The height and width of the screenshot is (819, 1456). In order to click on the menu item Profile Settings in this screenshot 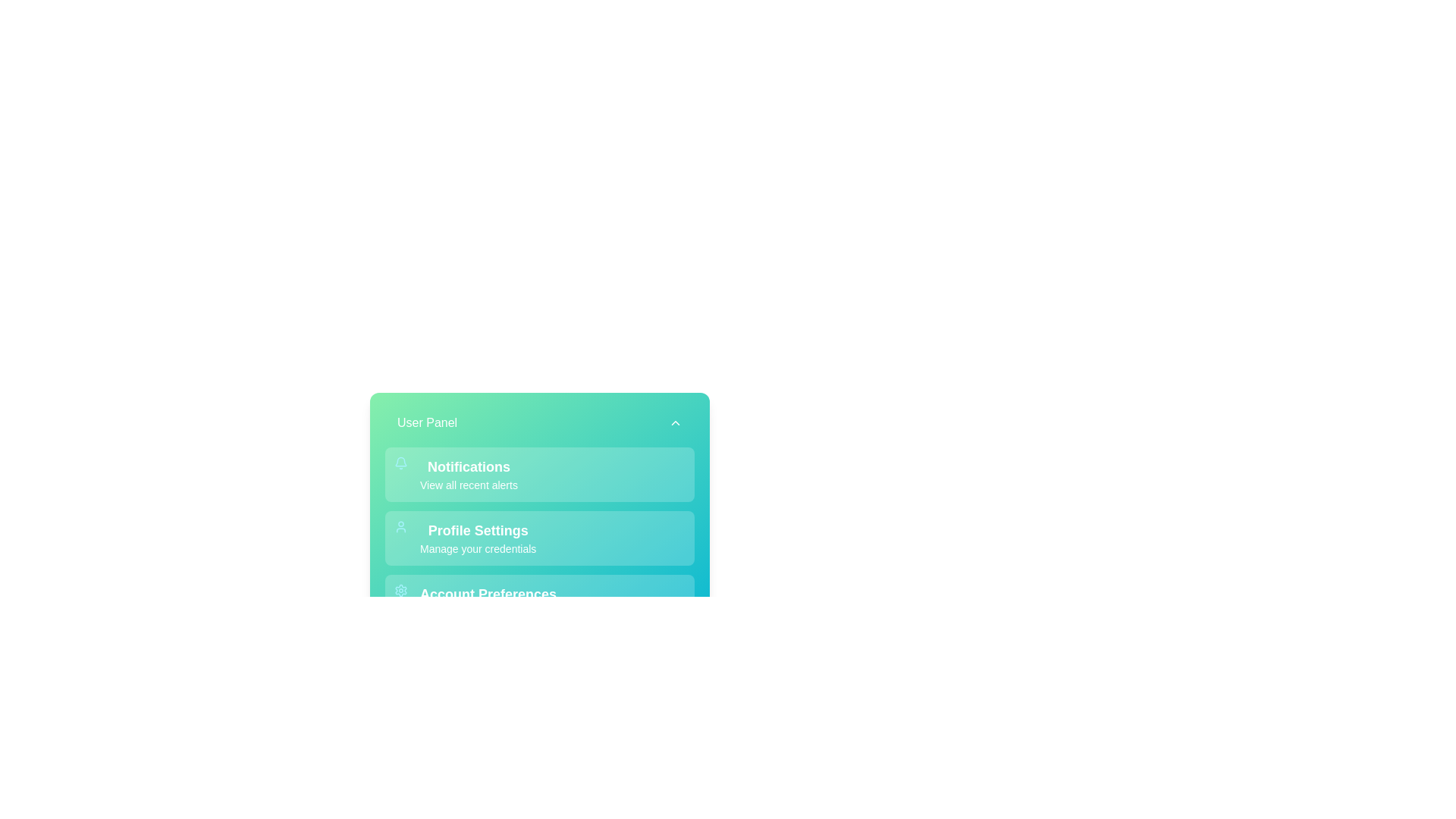, I will do `click(539, 537)`.